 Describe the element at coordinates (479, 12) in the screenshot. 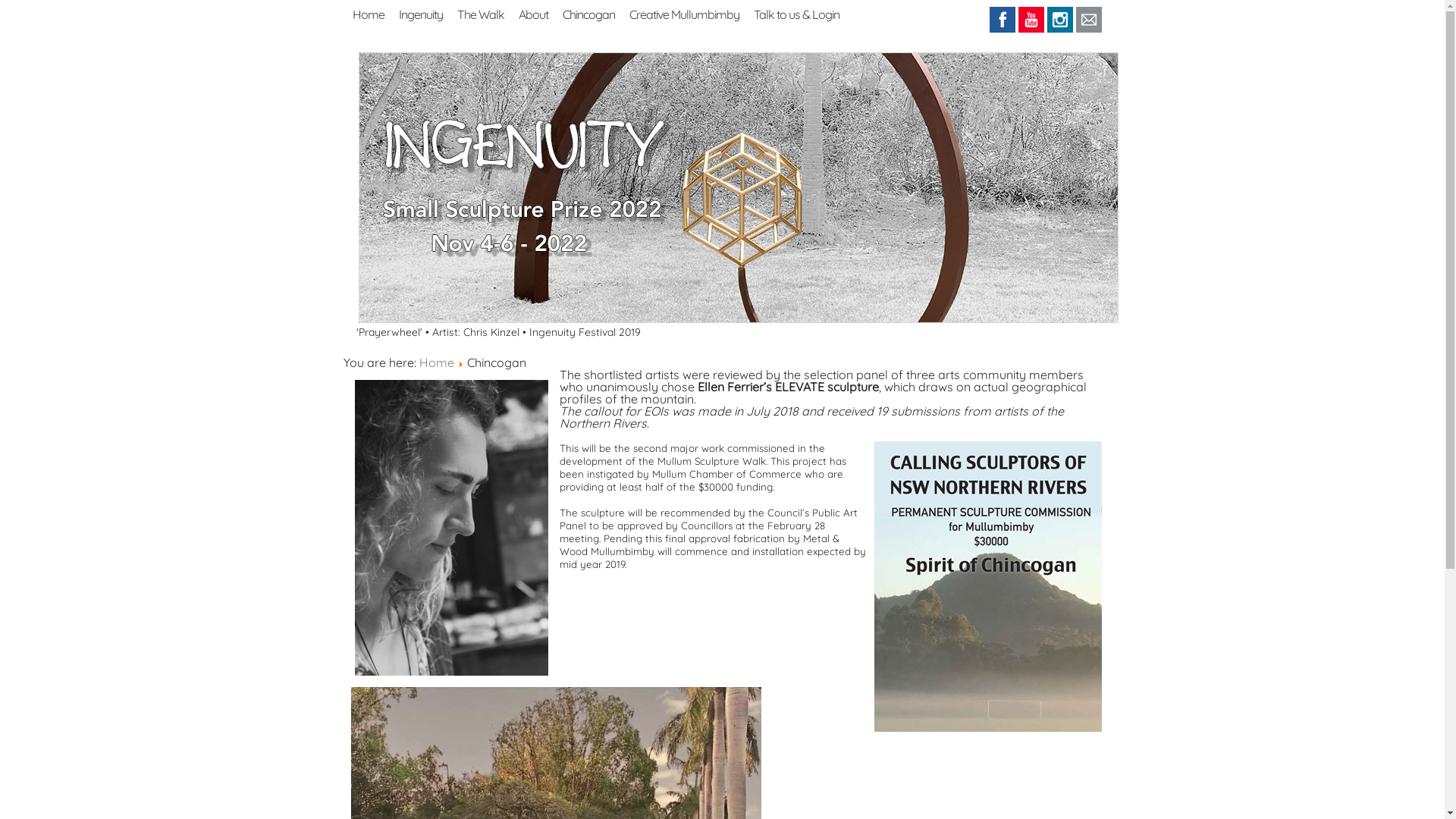

I see `'The Walk'` at that location.